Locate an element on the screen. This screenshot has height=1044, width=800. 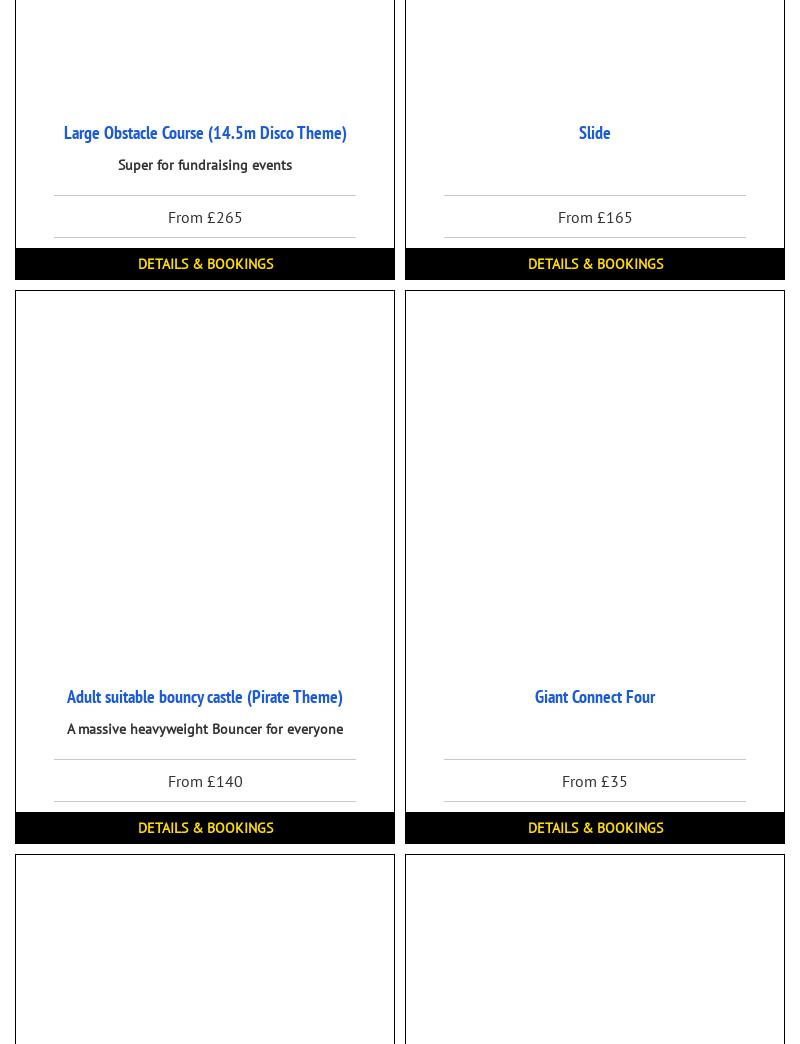
'From £265' is located at coordinates (204, 216).